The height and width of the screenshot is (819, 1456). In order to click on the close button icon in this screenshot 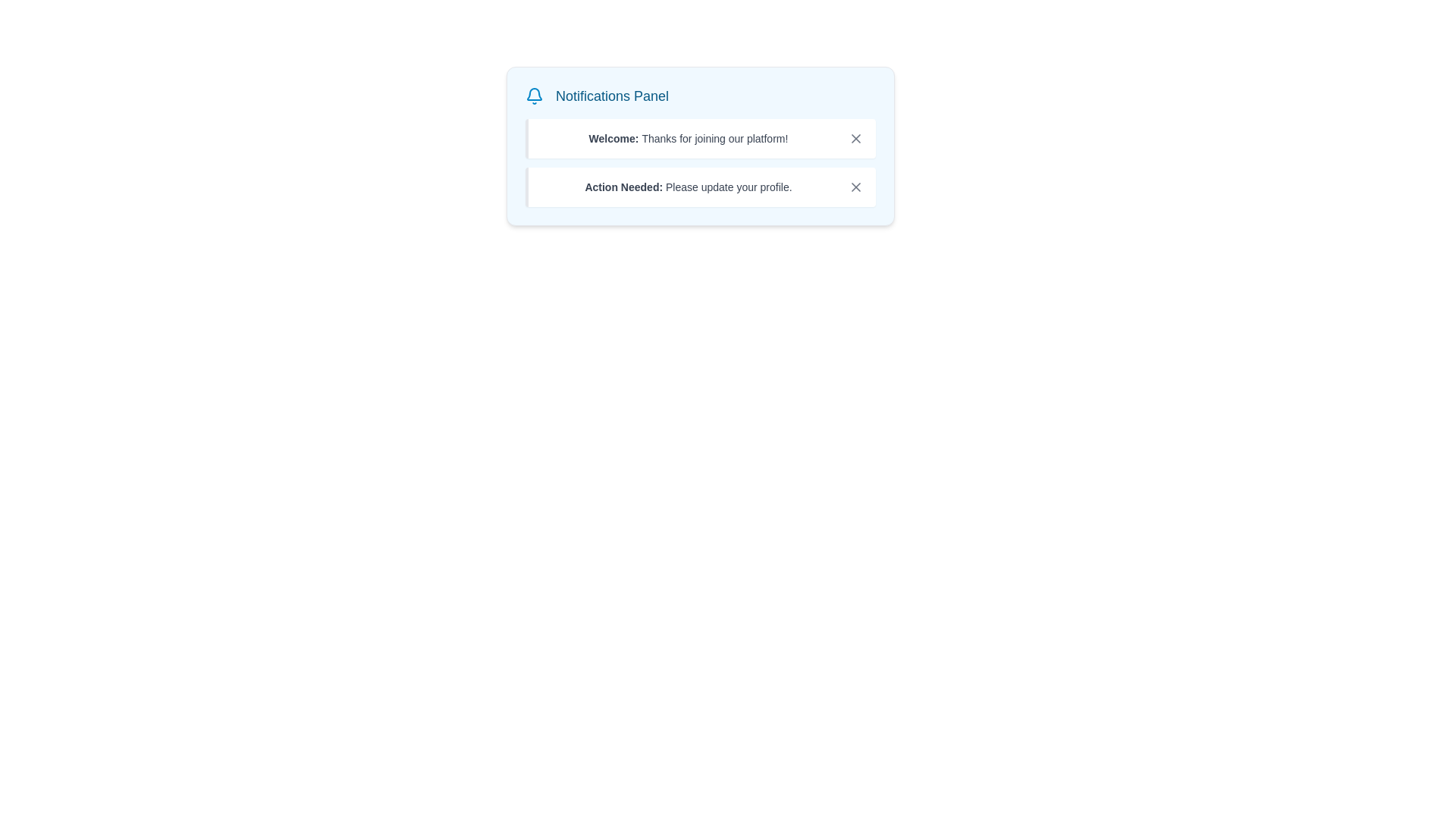, I will do `click(855, 138)`.